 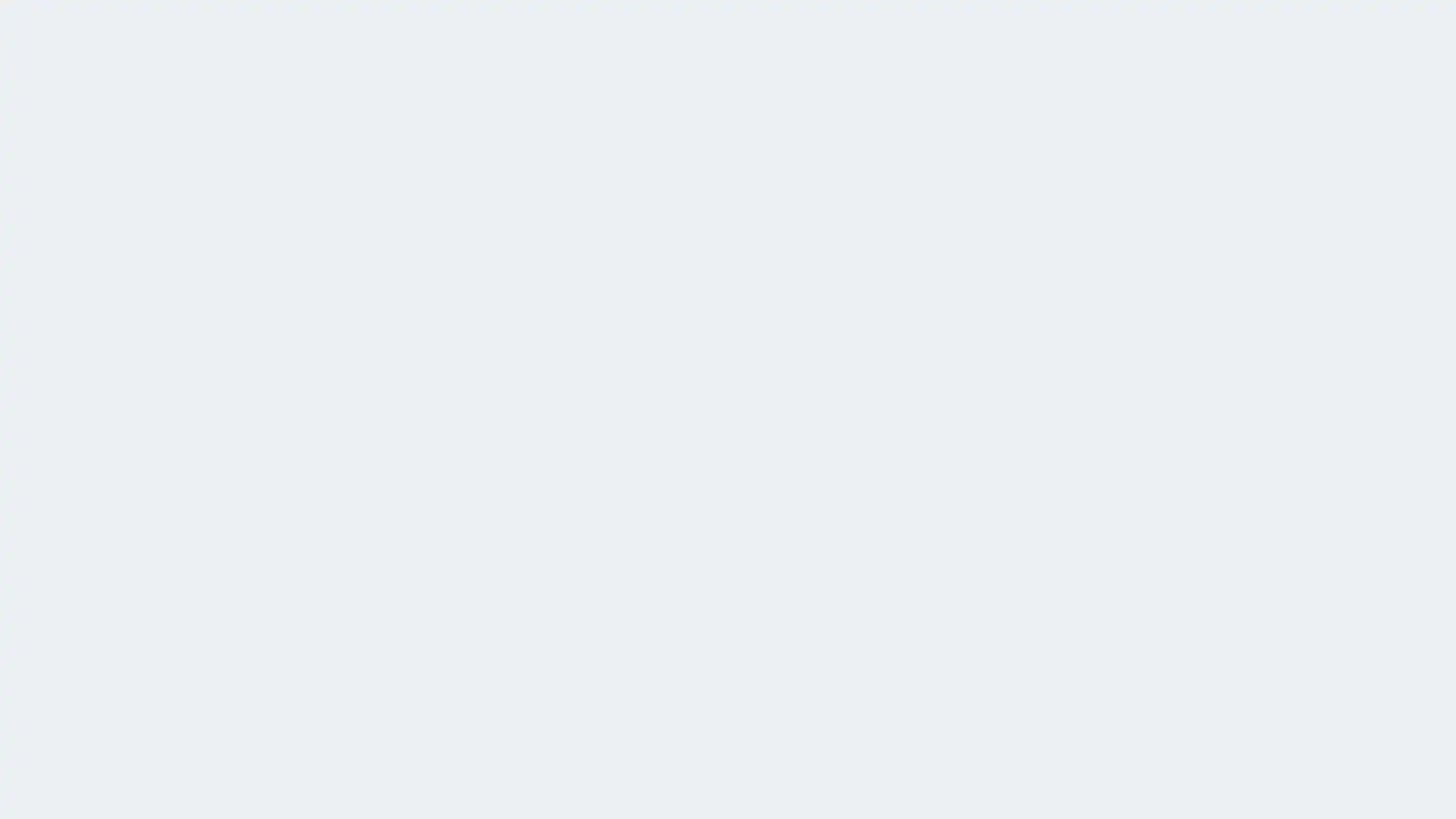 What do you see at coordinates (728, 422) in the screenshot?
I see `Sign up, it's free!` at bounding box center [728, 422].